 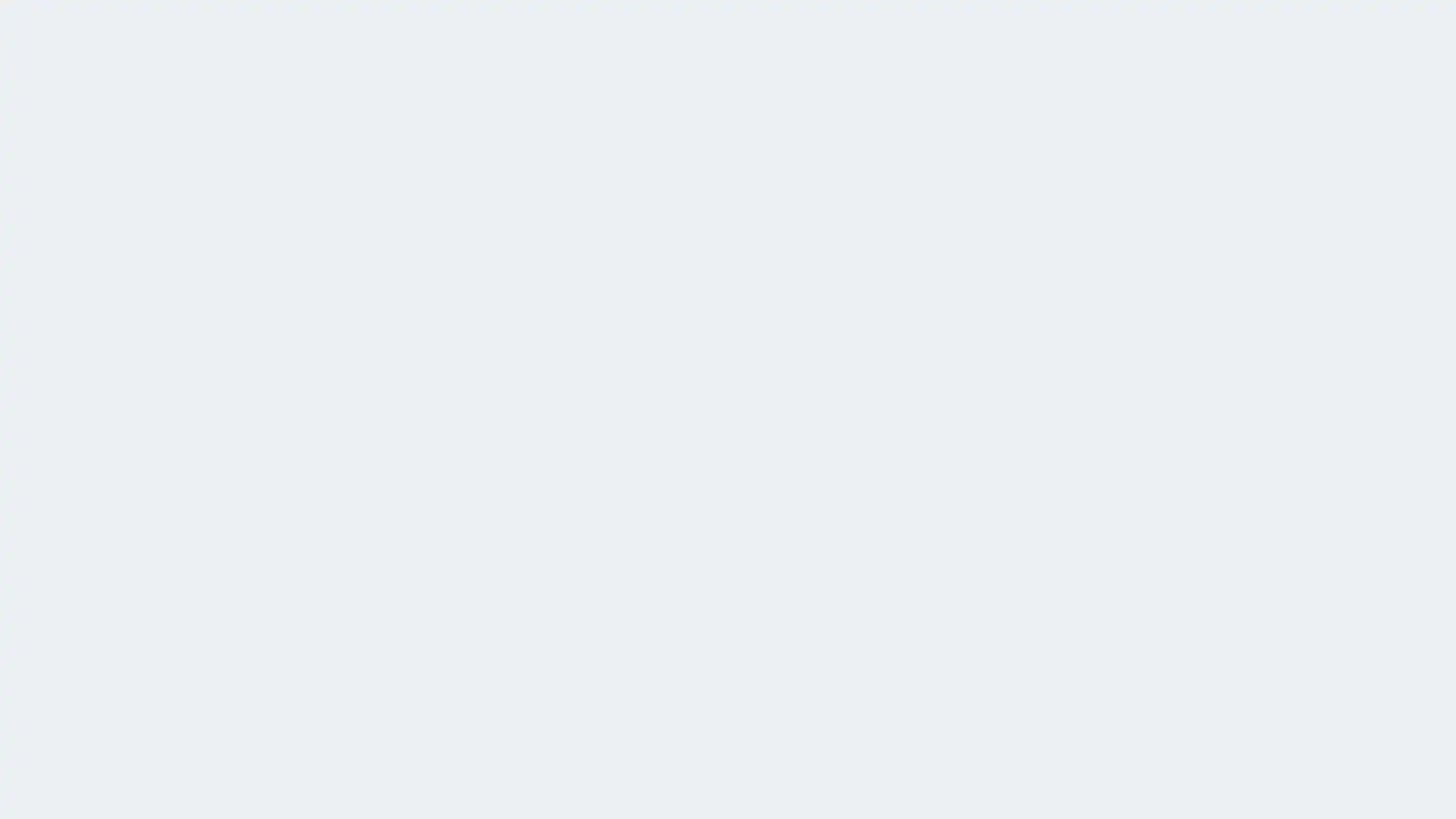 What do you see at coordinates (728, 422) in the screenshot?
I see `Sign up, it's free!` at bounding box center [728, 422].